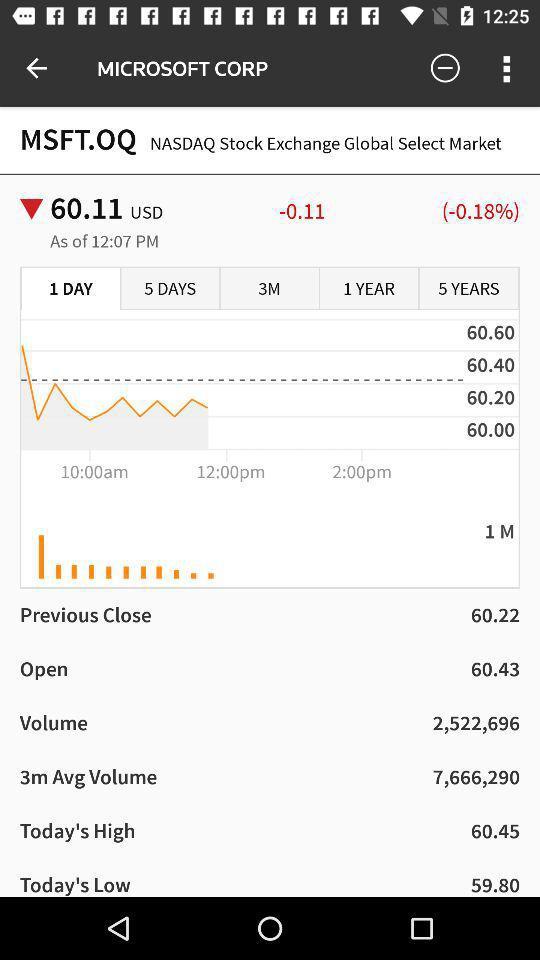  I want to click on item next to microsoft corp item, so click(36, 68).